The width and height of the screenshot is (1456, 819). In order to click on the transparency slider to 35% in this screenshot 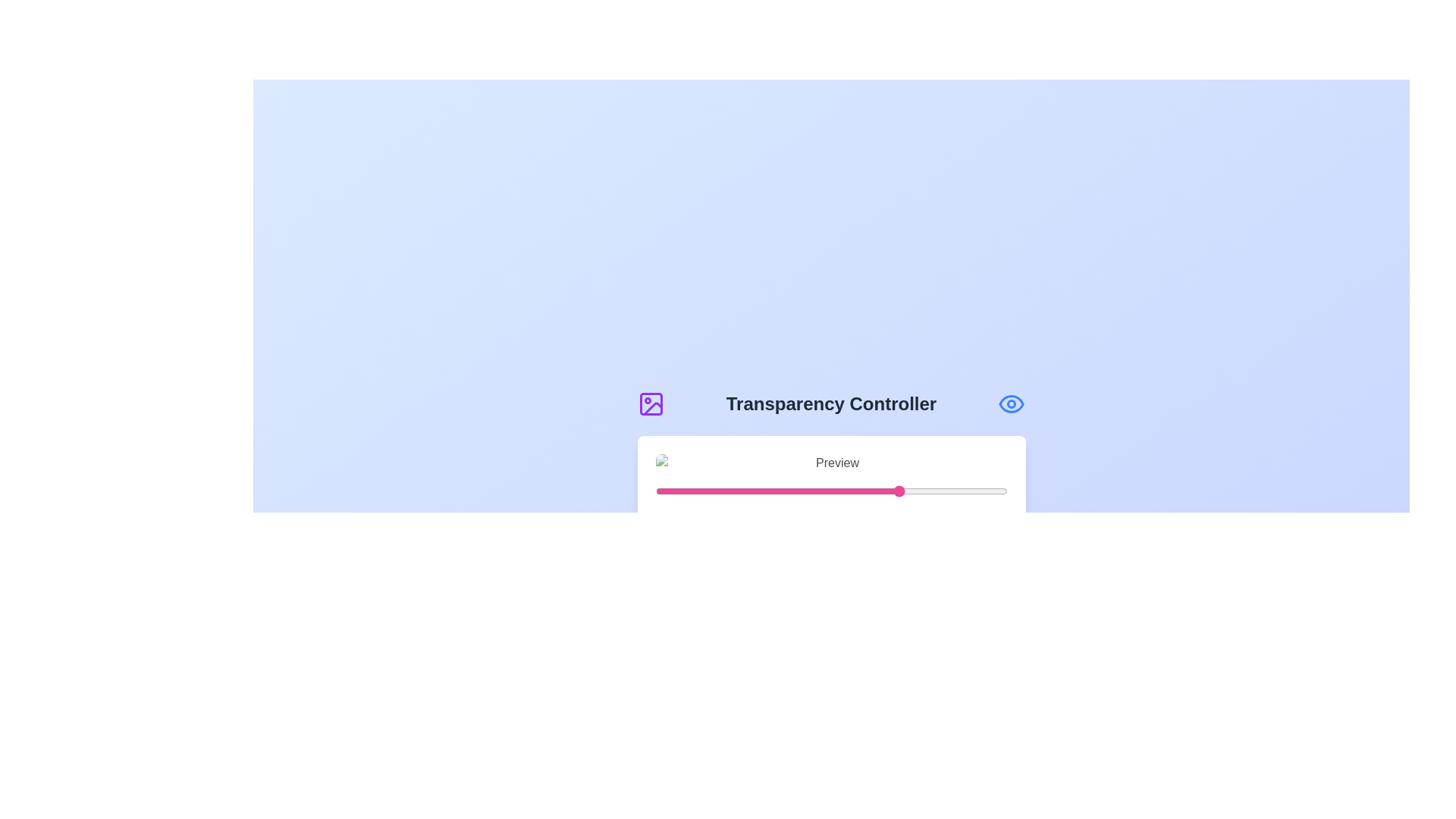, I will do `click(778, 491)`.